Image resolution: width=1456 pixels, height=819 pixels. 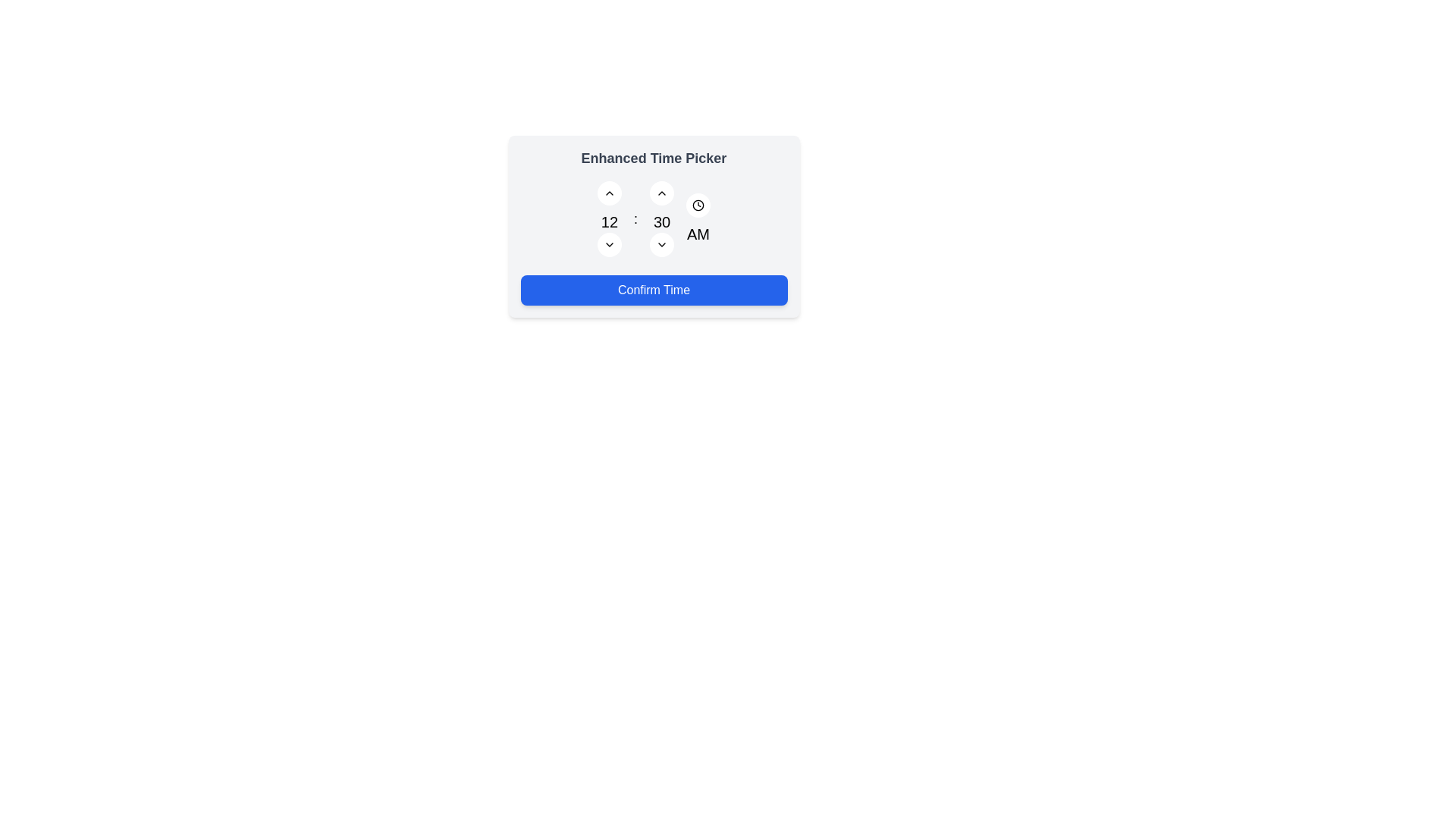 What do you see at coordinates (662, 244) in the screenshot?
I see `the rounded button with a white background and a downward chevron icon located below the numeric value '30' to decrease the time value` at bounding box center [662, 244].